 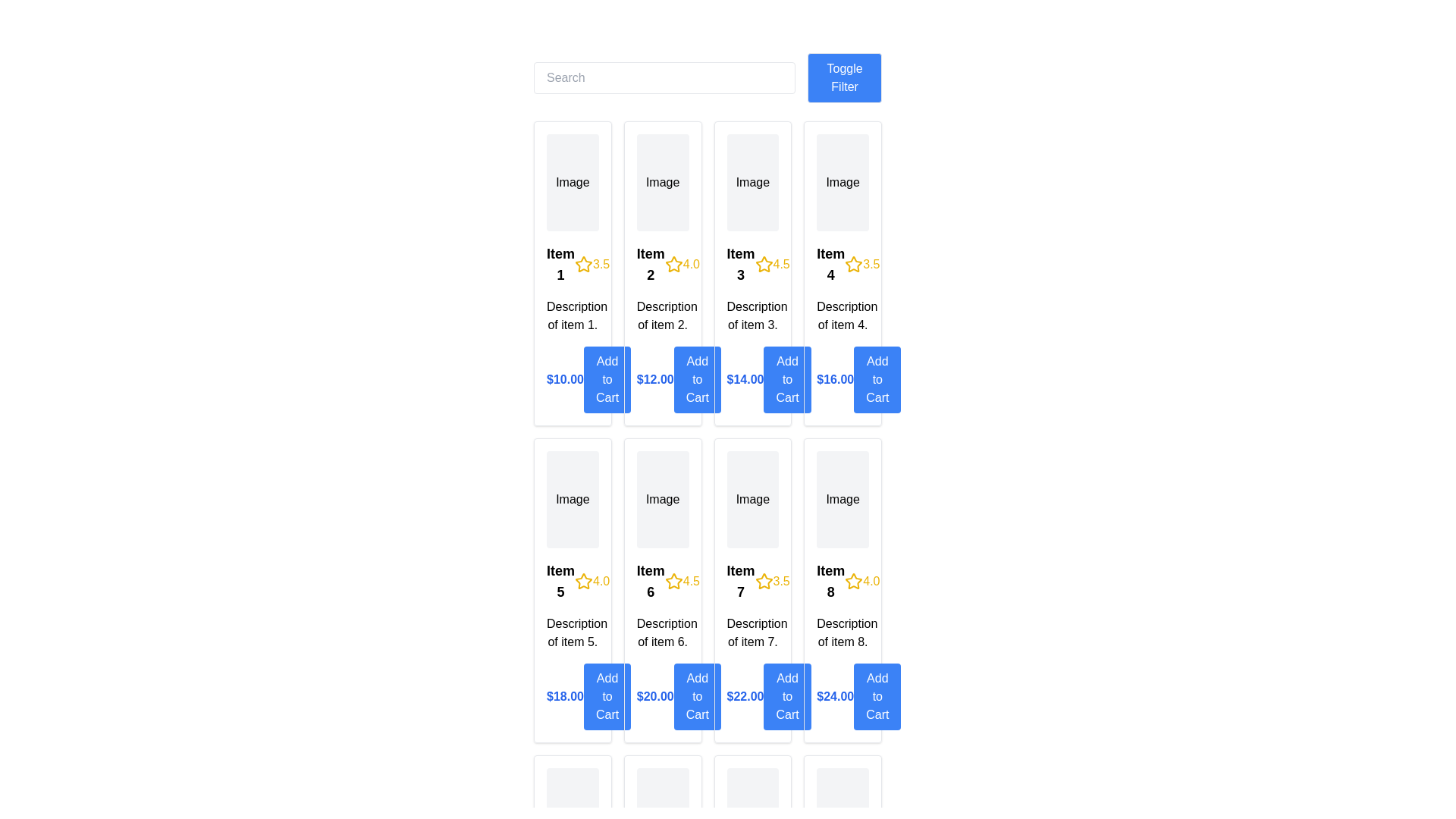 I want to click on the rating indicator element located in the second row and fourth column of the grid layout, which displays the name and rating of an item, so click(x=842, y=581).